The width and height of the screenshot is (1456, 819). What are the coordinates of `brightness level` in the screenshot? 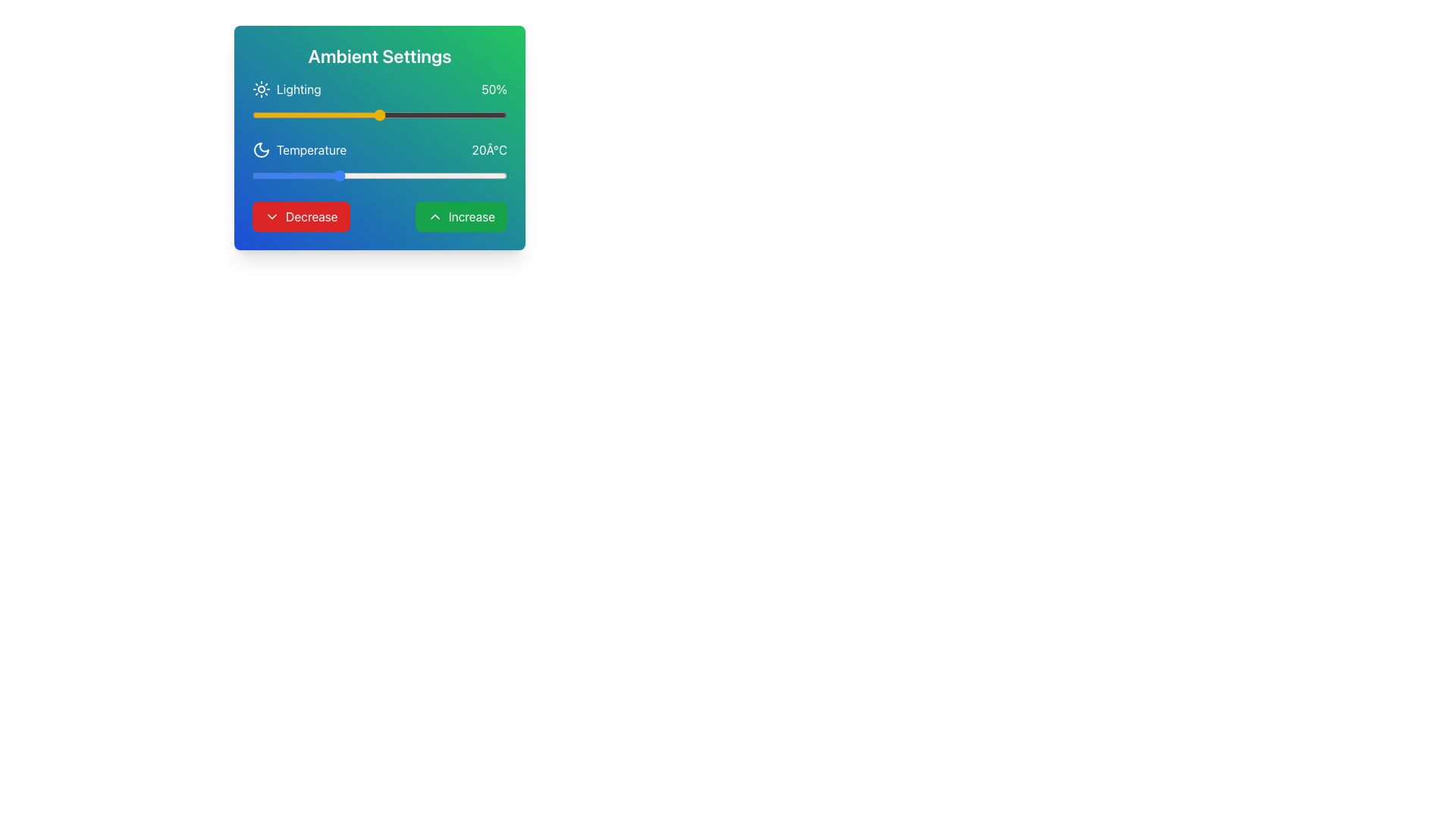 It's located at (257, 114).